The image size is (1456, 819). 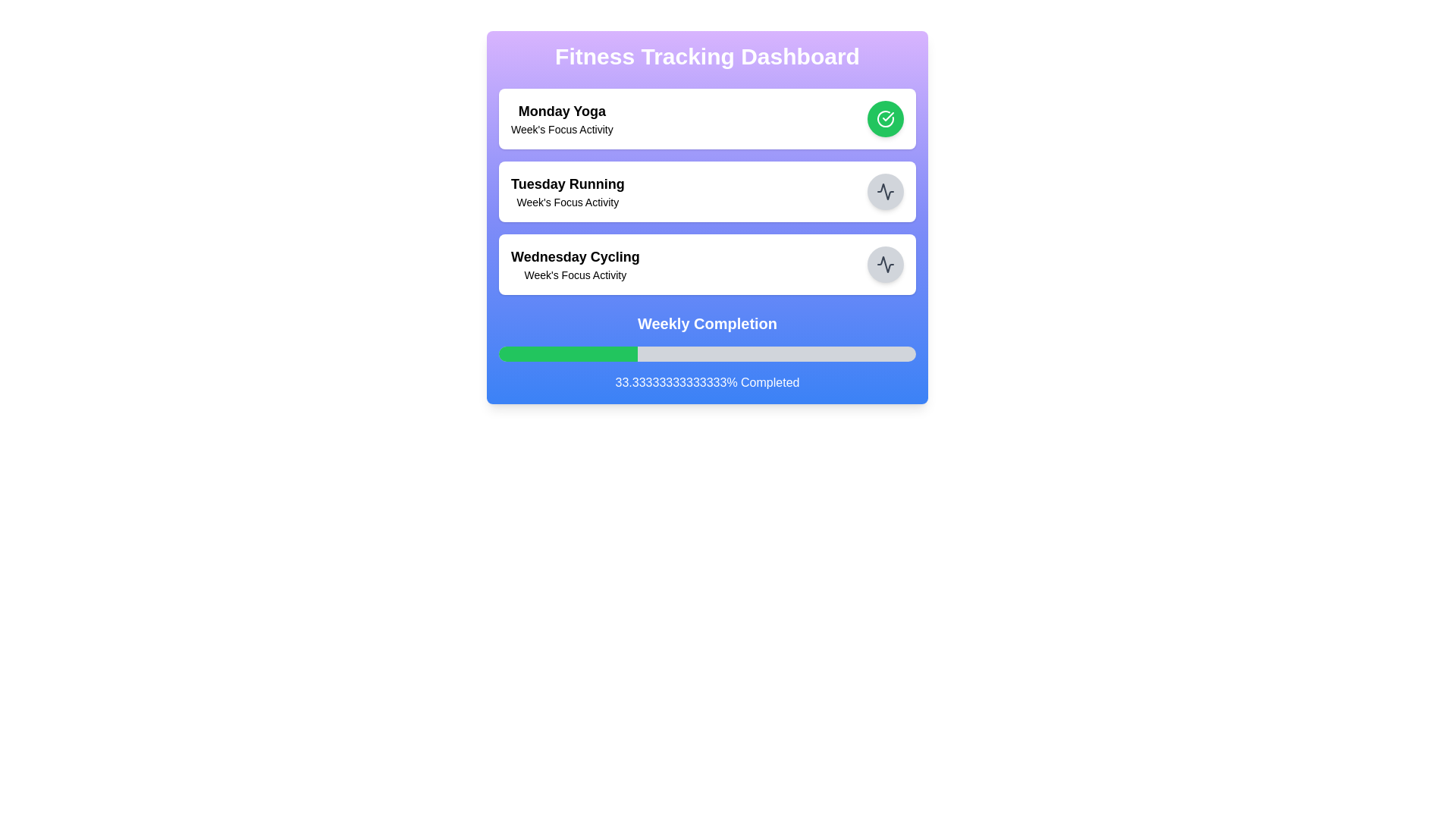 What do you see at coordinates (706, 323) in the screenshot?
I see `the centered text label displaying 'Weekly Completion' to read it` at bounding box center [706, 323].